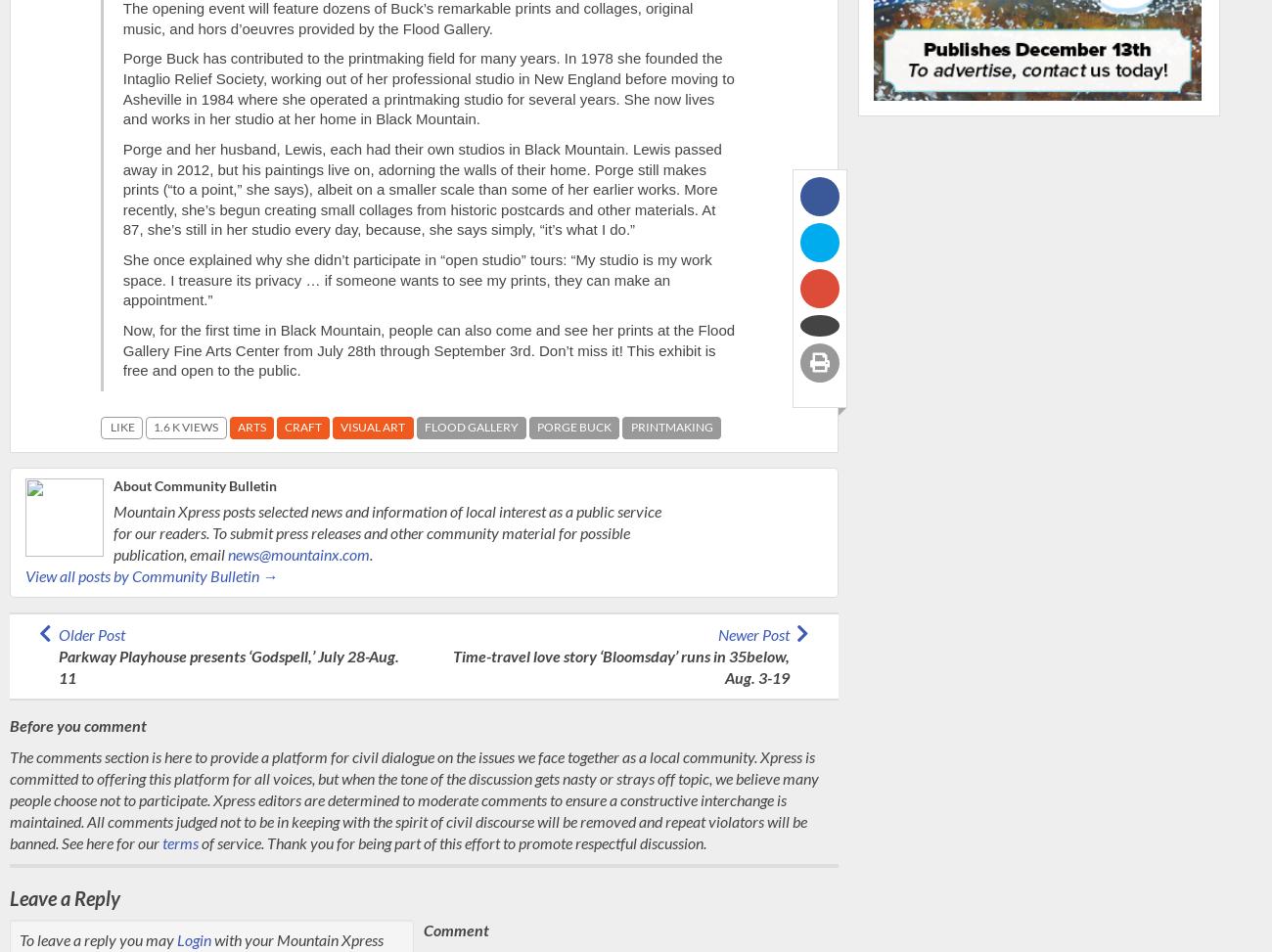 This screenshot has height=952, width=1272. What do you see at coordinates (751, 632) in the screenshot?
I see `'Newer Post'` at bounding box center [751, 632].